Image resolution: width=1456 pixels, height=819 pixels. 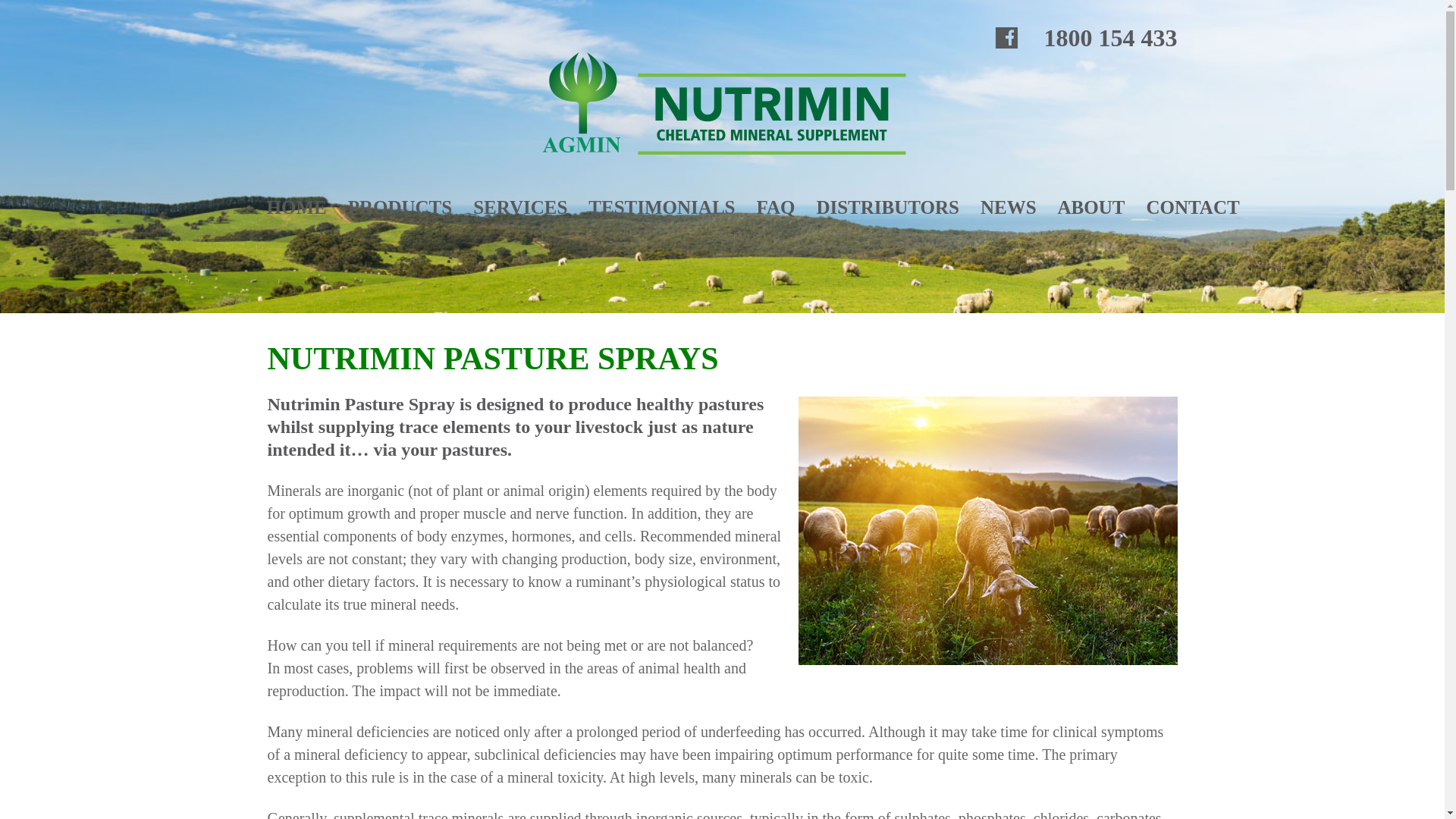 I want to click on 'NEWS', so click(x=1008, y=207).